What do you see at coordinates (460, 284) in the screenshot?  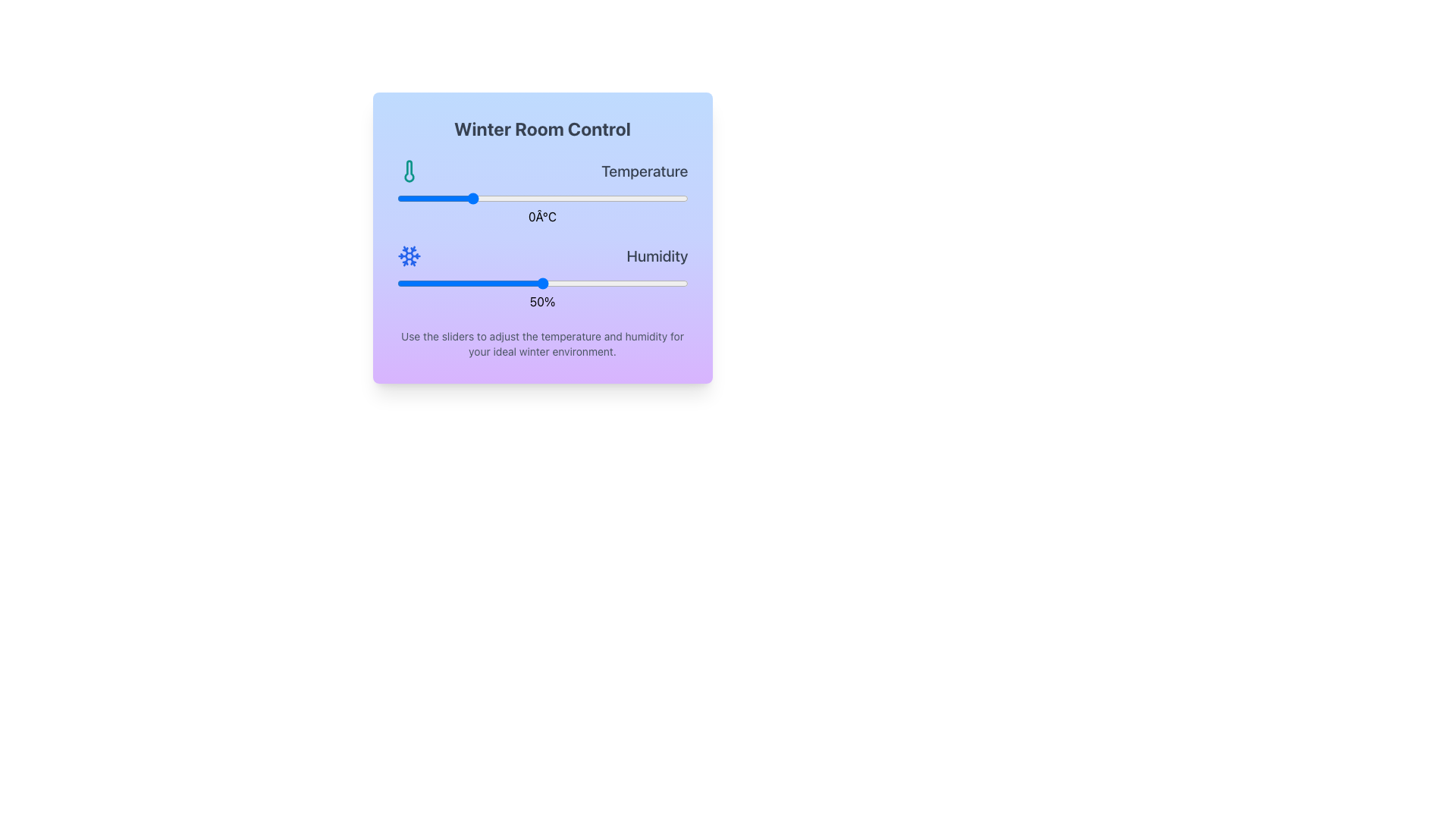 I see `humidity level` at bounding box center [460, 284].